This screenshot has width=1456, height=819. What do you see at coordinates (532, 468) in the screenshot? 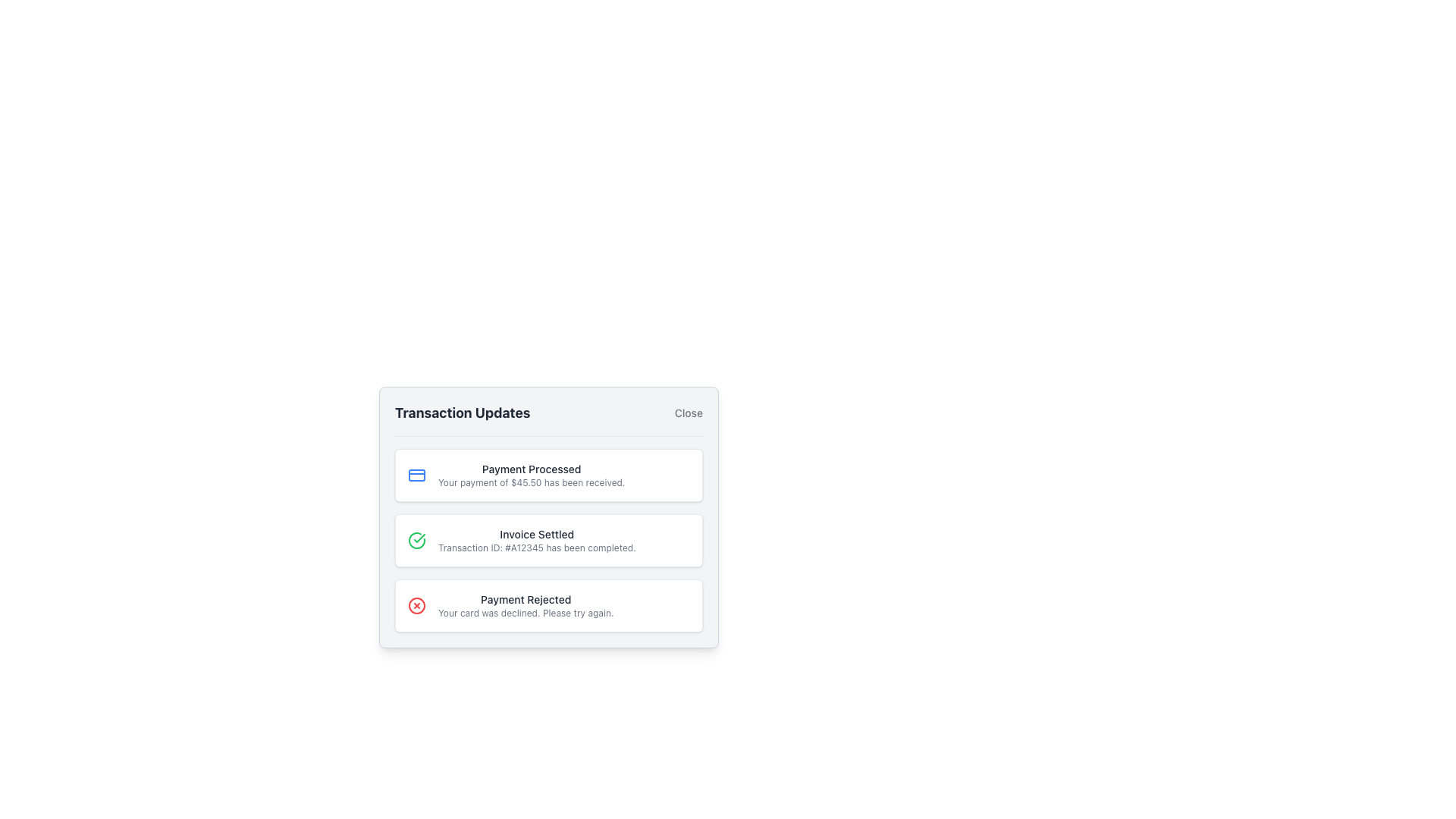
I see `the status header text label indicating that a payment has been processed within the 'Transaction Updates' modal` at bounding box center [532, 468].